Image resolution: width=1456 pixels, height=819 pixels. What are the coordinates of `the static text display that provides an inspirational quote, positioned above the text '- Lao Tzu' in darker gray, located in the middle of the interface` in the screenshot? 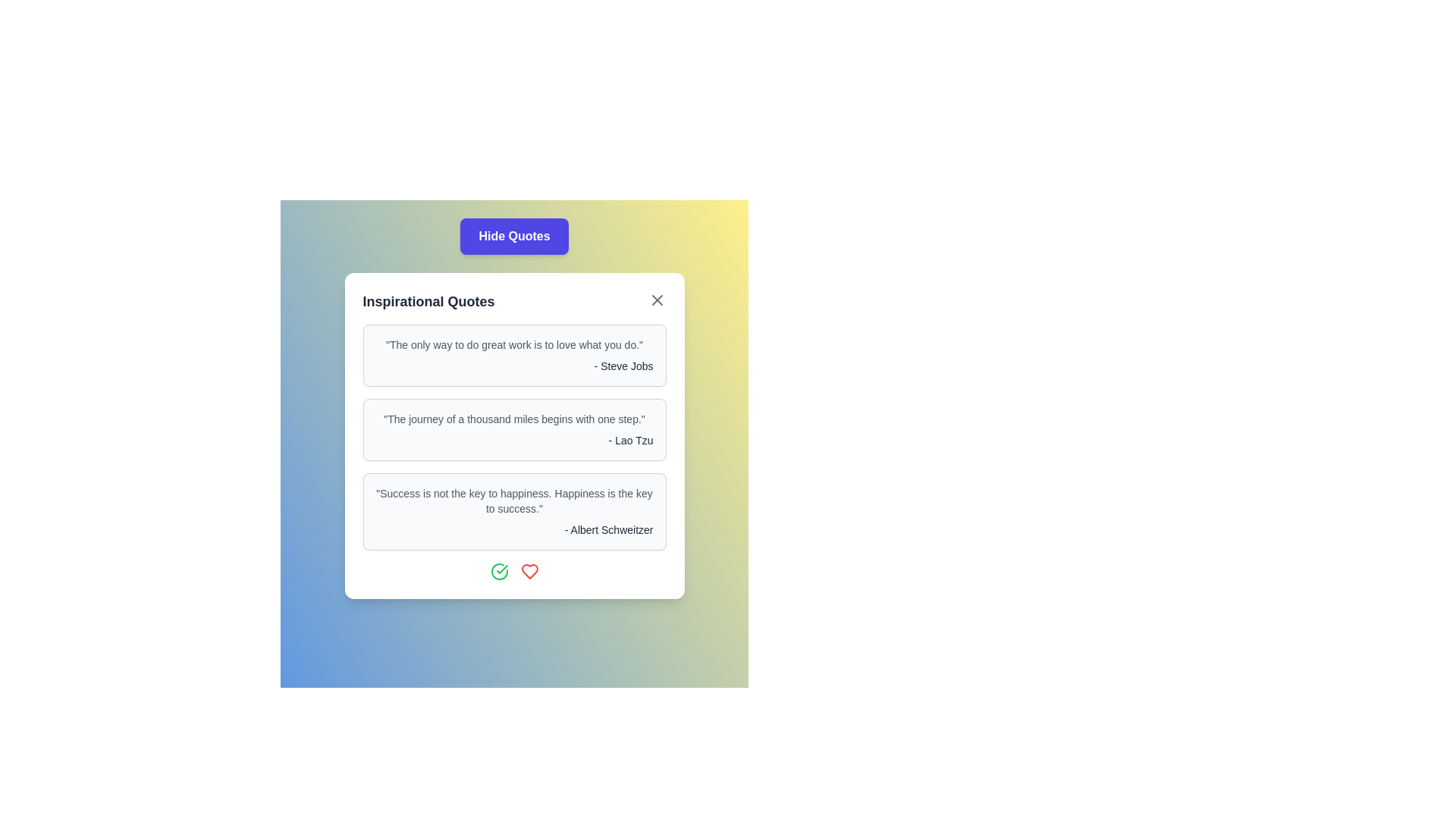 It's located at (514, 419).